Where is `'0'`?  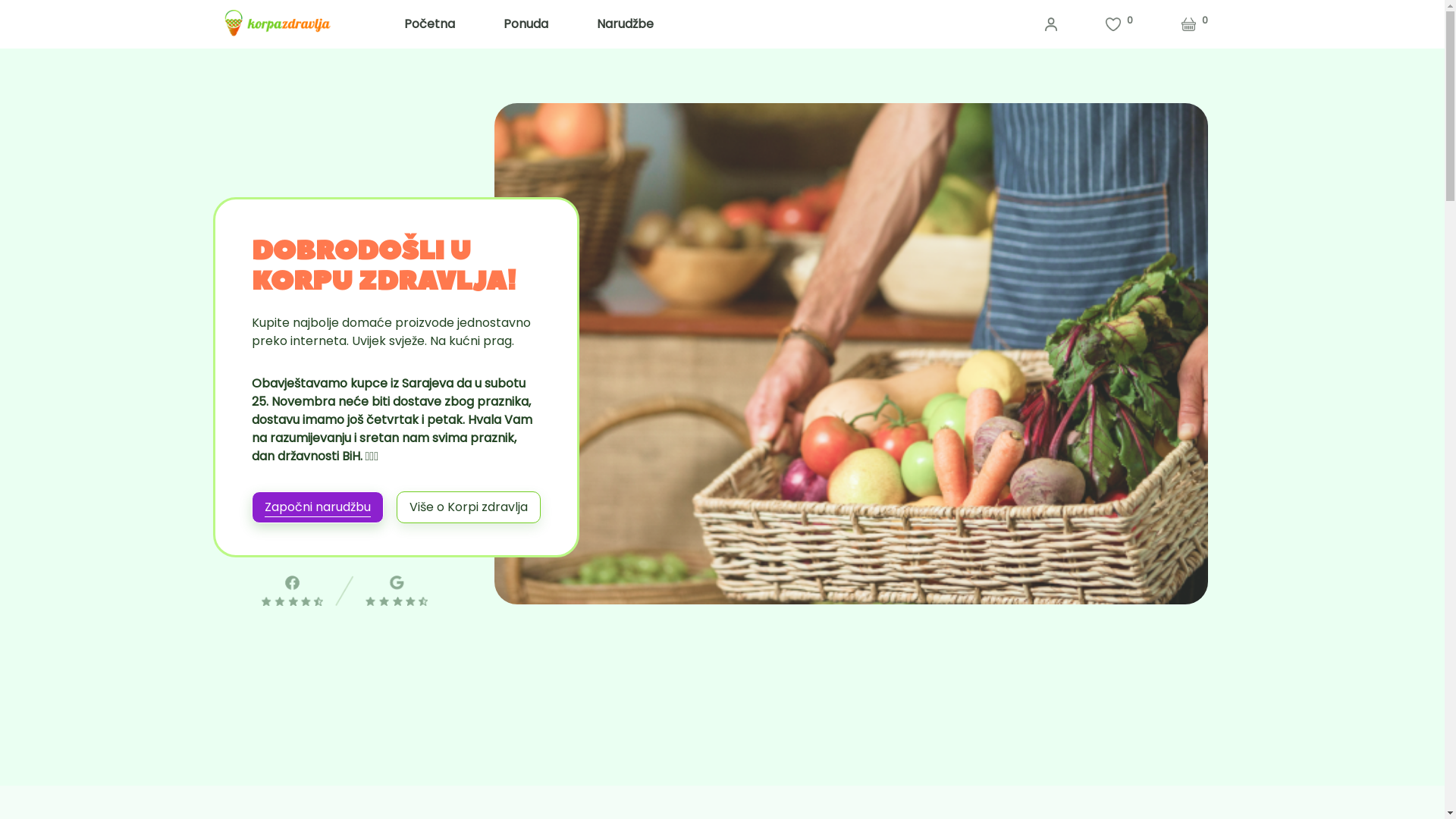
'0' is located at coordinates (1156, 24).